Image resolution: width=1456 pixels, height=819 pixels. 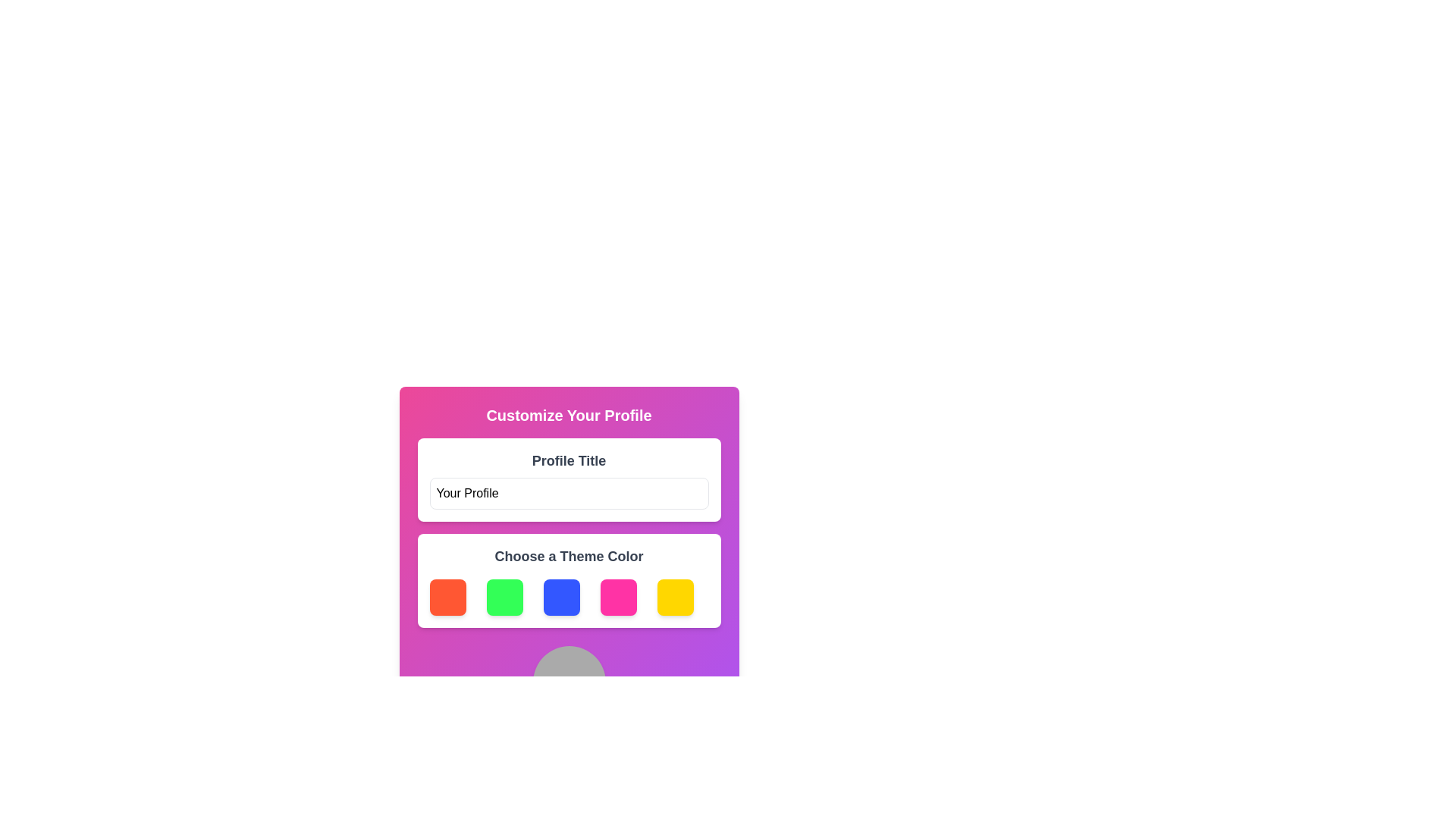 I want to click on the third button in the horizontal grid, which is a vivid blue square-shaped button, so click(x=560, y=596).